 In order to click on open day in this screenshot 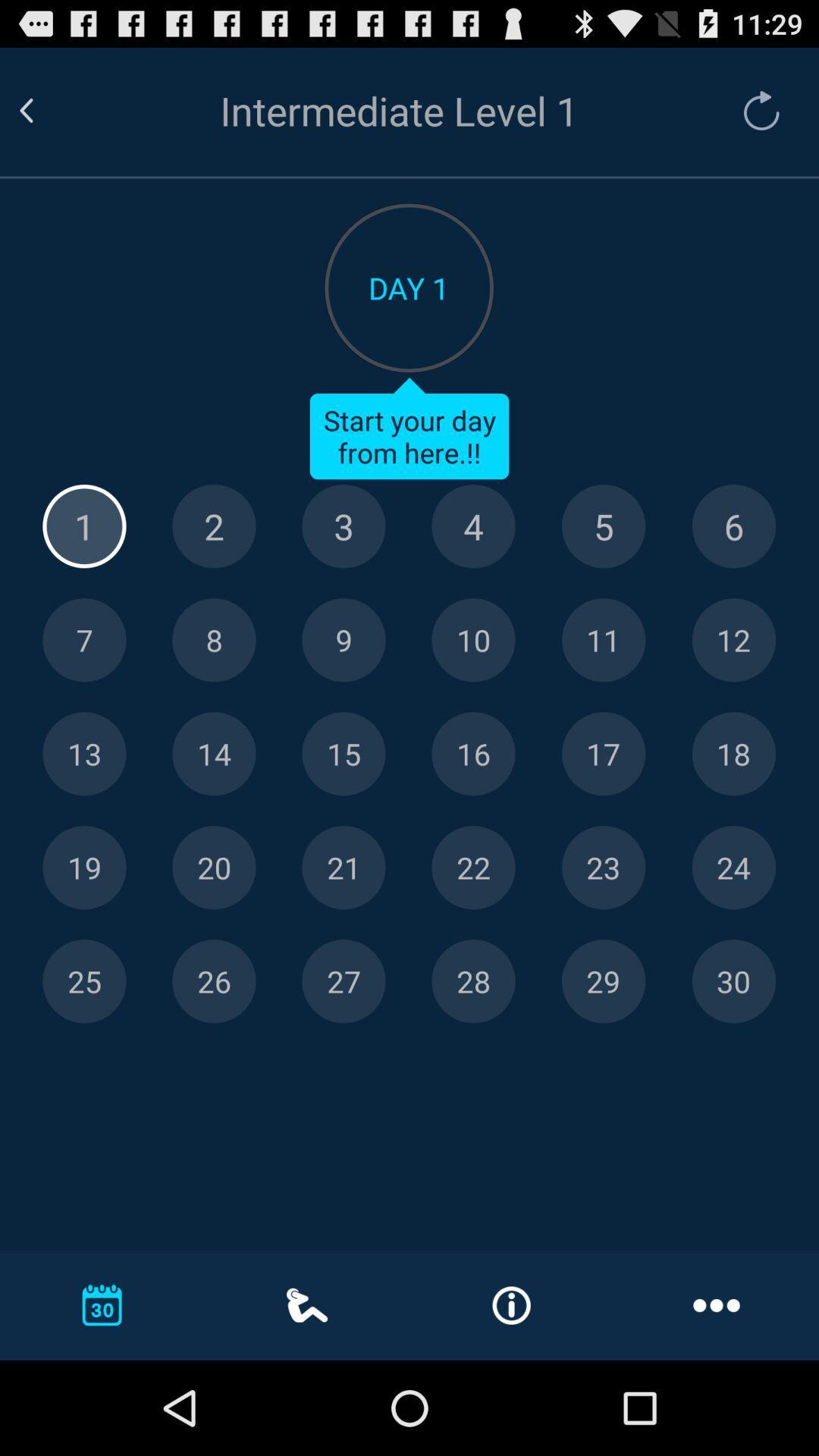, I will do `click(603, 754)`.